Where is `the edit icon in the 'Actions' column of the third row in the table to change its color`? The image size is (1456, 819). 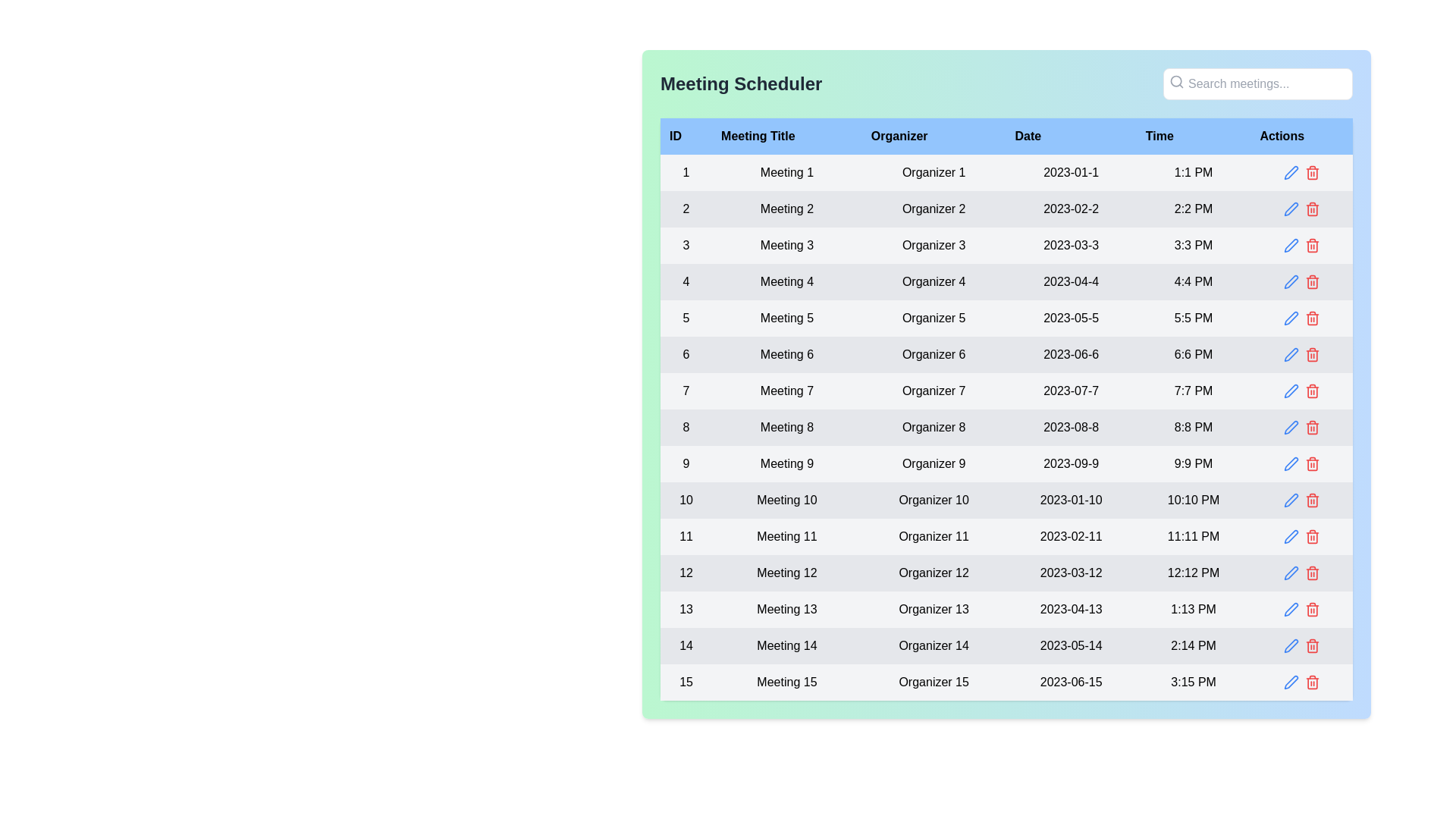 the edit icon in the 'Actions' column of the third row in the table to change its color is located at coordinates (1290, 245).